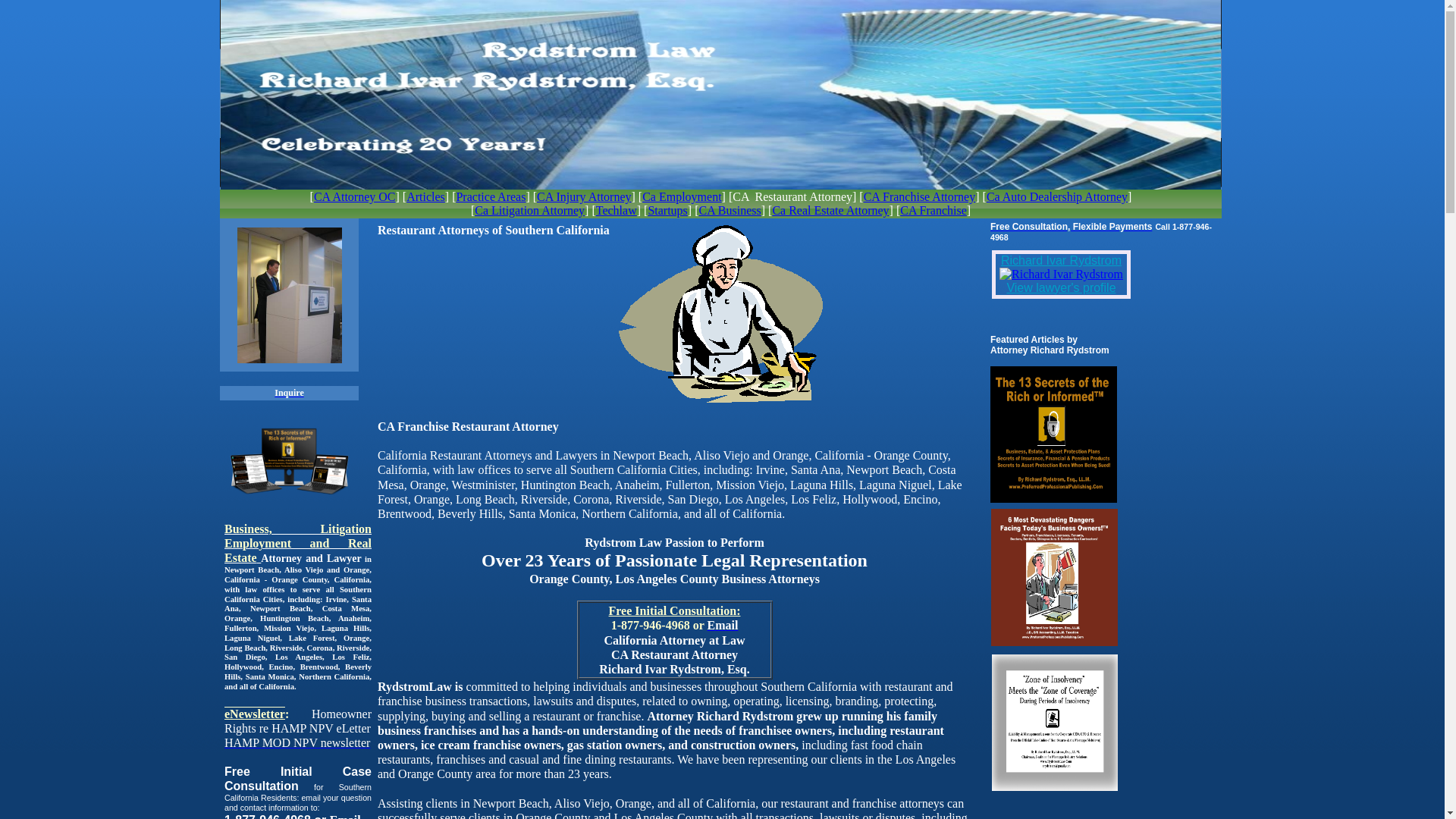 The width and height of the screenshot is (1456, 819). Describe the element at coordinates (667, 210) in the screenshot. I see `'Startups'` at that location.